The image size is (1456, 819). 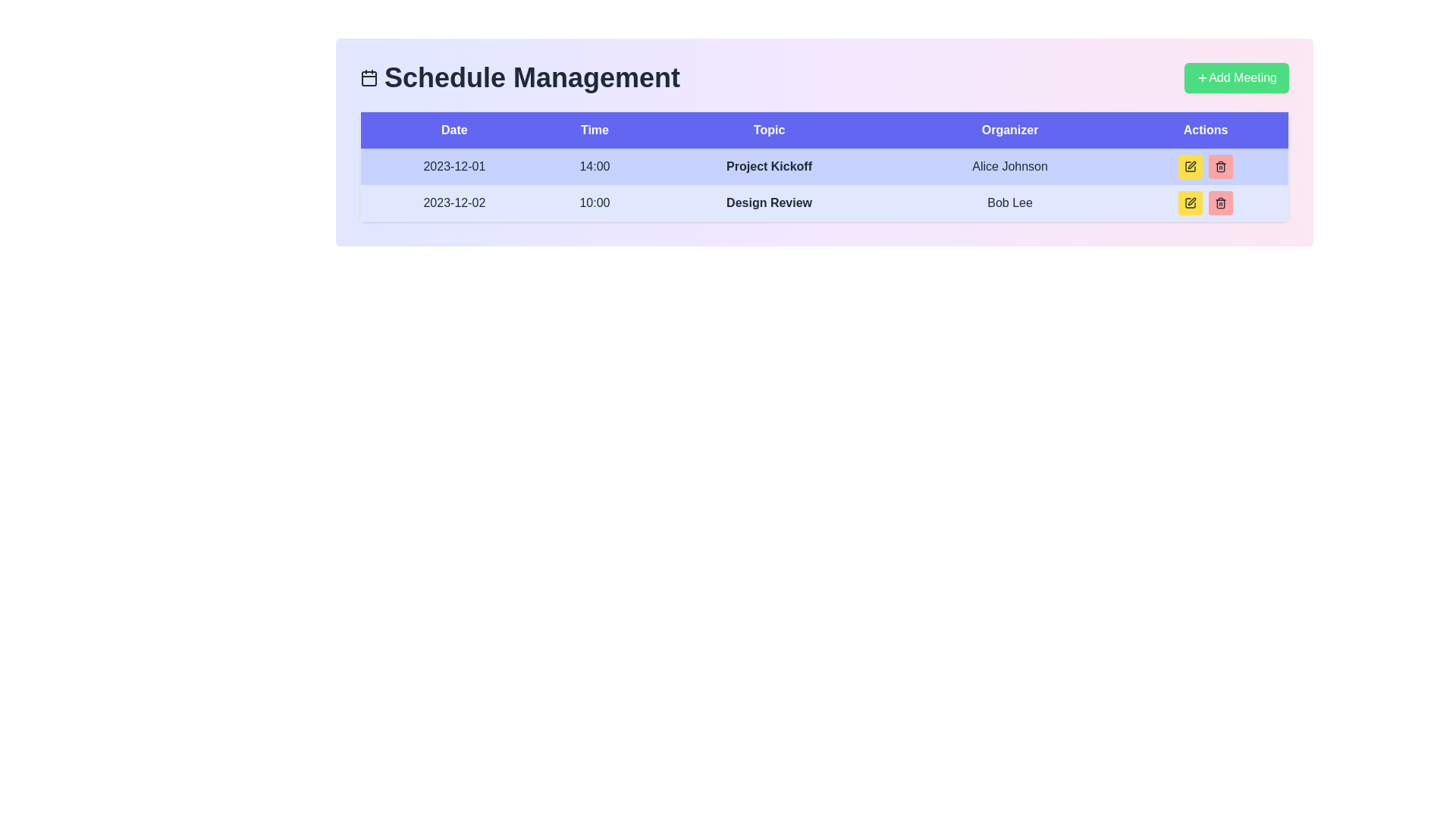 What do you see at coordinates (1189, 202) in the screenshot?
I see `the 'Edit' button in the 'Actions' column of the second row in the table under 'Schedule Management' to observe the hover effect` at bounding box center [1189, 202].